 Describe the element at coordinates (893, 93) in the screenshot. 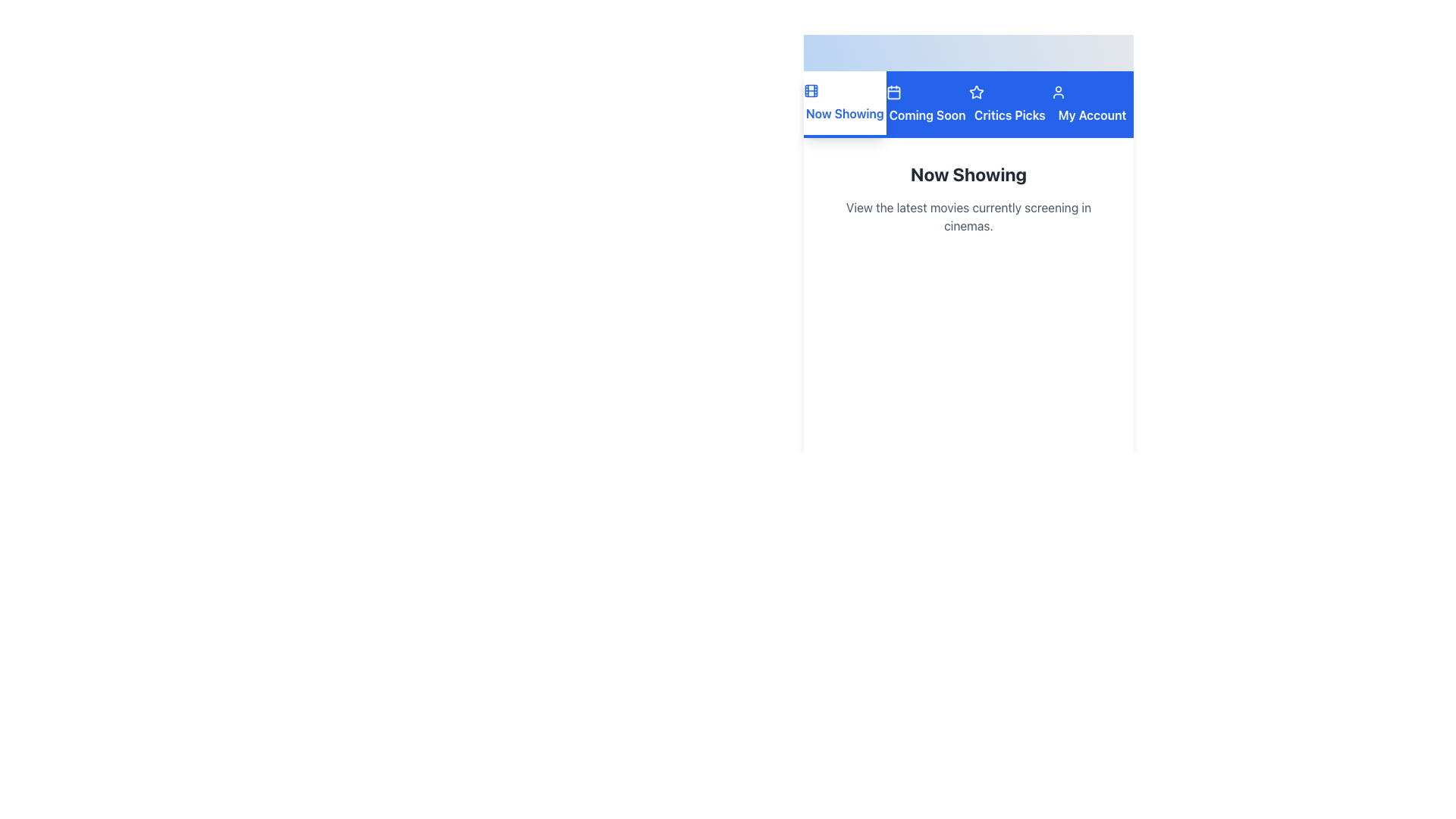

I see `the calendar icon styled in blue with rounded corners, located in the 'Coming Soon' button, positioned between the 'Now Showing' and 'Critics Picks' buttons` at that location.